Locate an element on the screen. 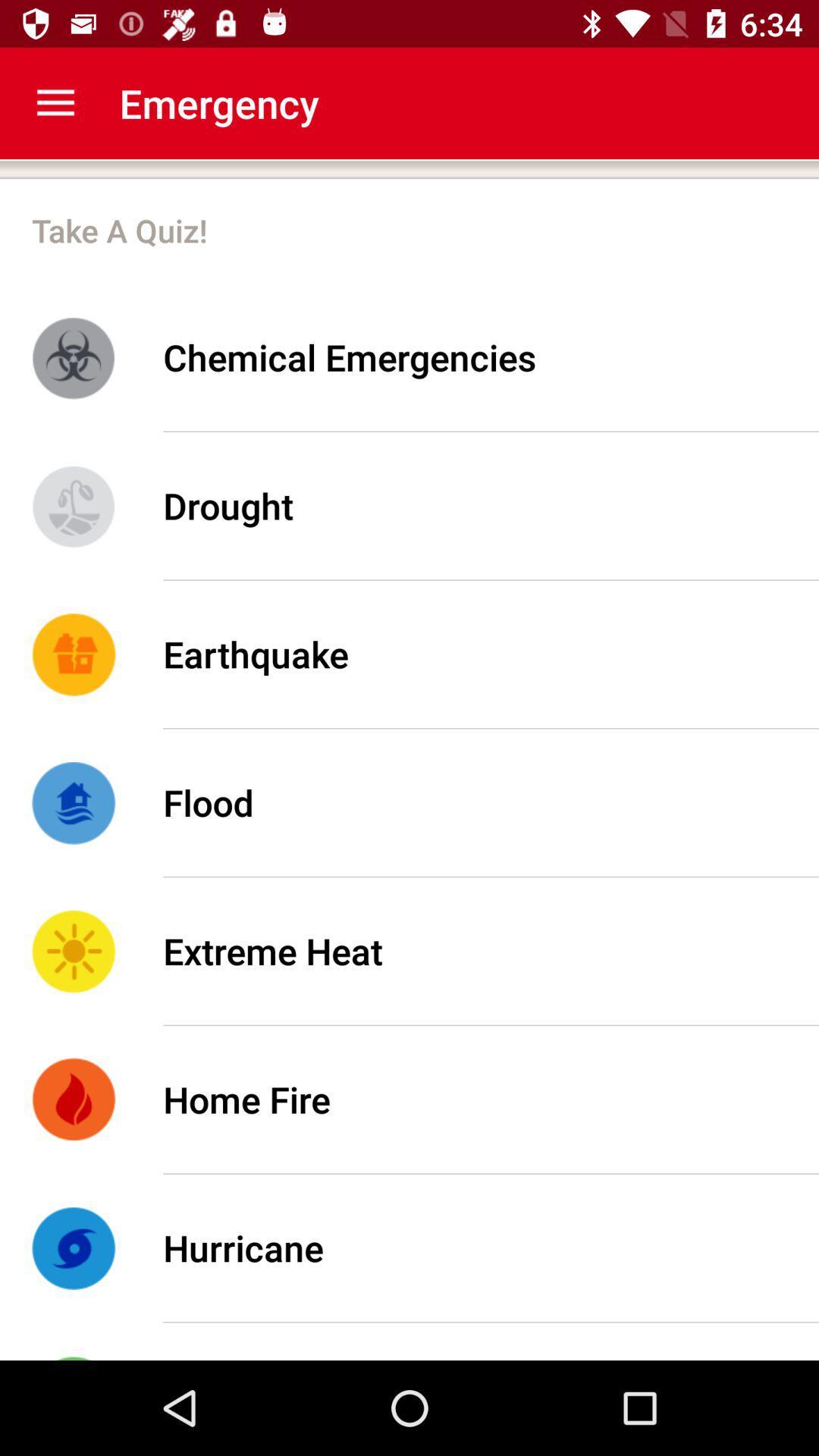  icon next to the emergency item is located at coordinates (55, 102).